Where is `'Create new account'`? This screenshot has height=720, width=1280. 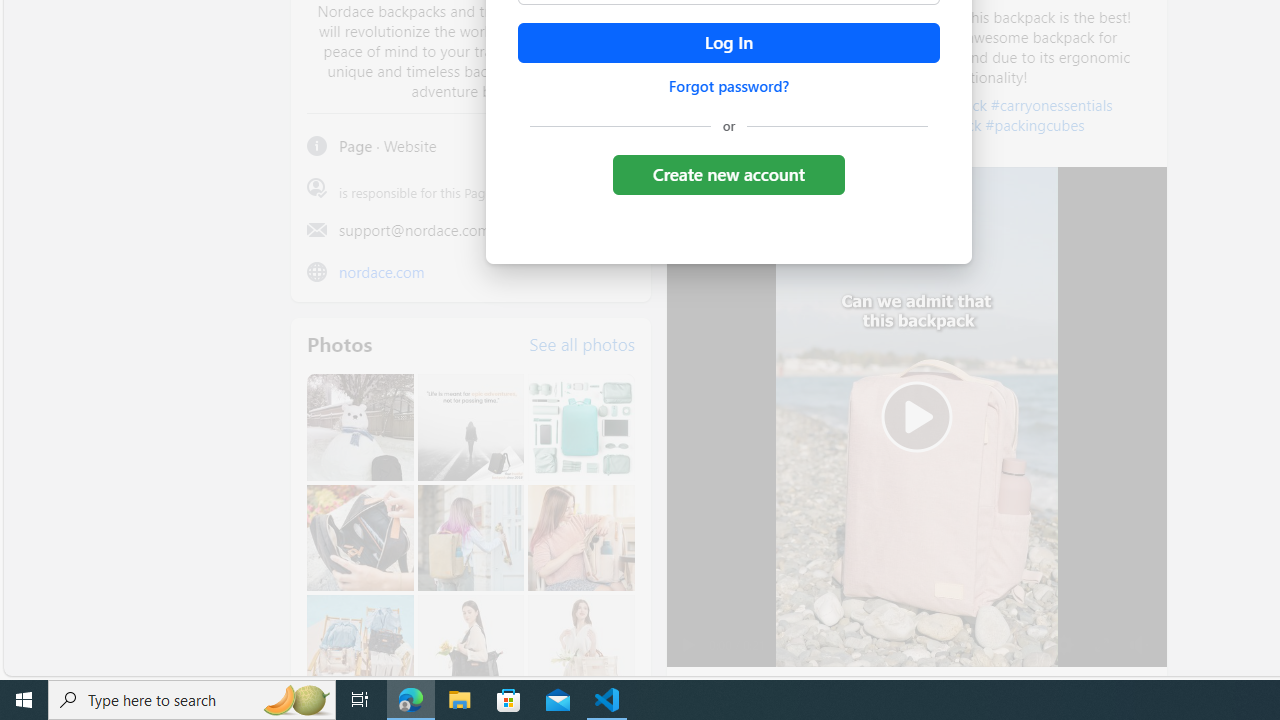 'Create new account' is located at coordinates (727, 173).